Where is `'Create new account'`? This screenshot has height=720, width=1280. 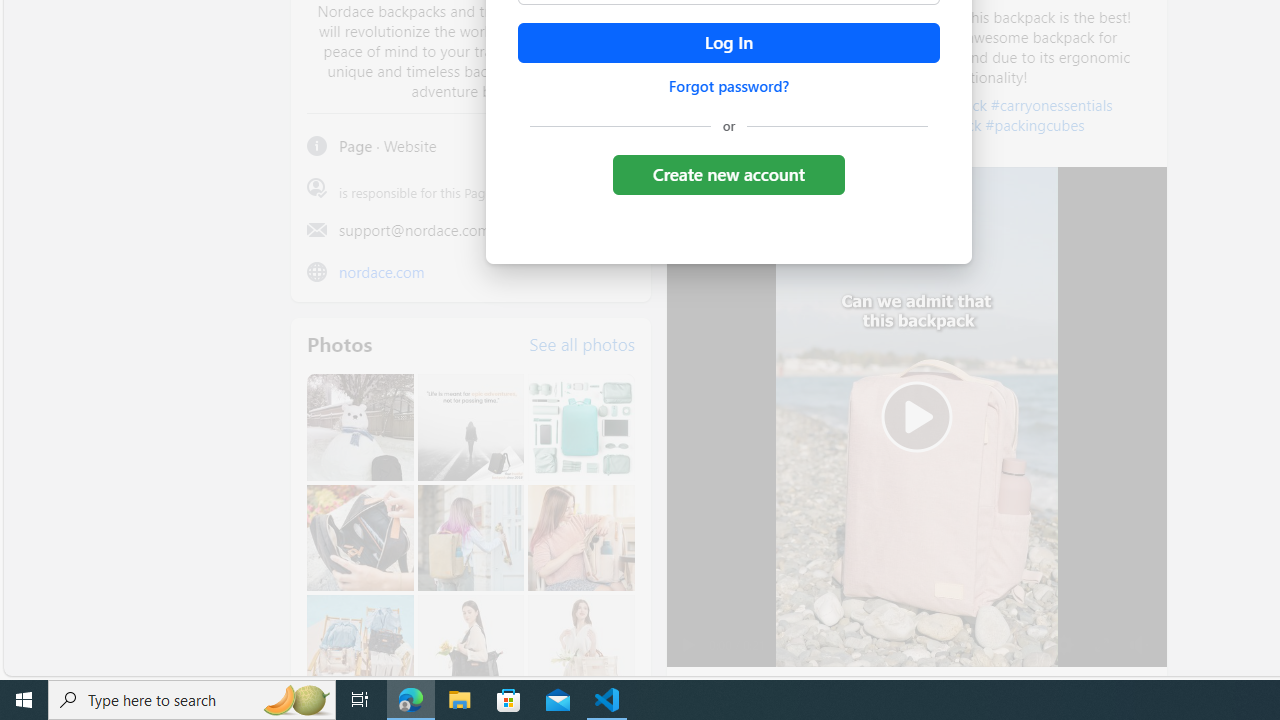 'Create new account' is located at coordinates (727, 173).